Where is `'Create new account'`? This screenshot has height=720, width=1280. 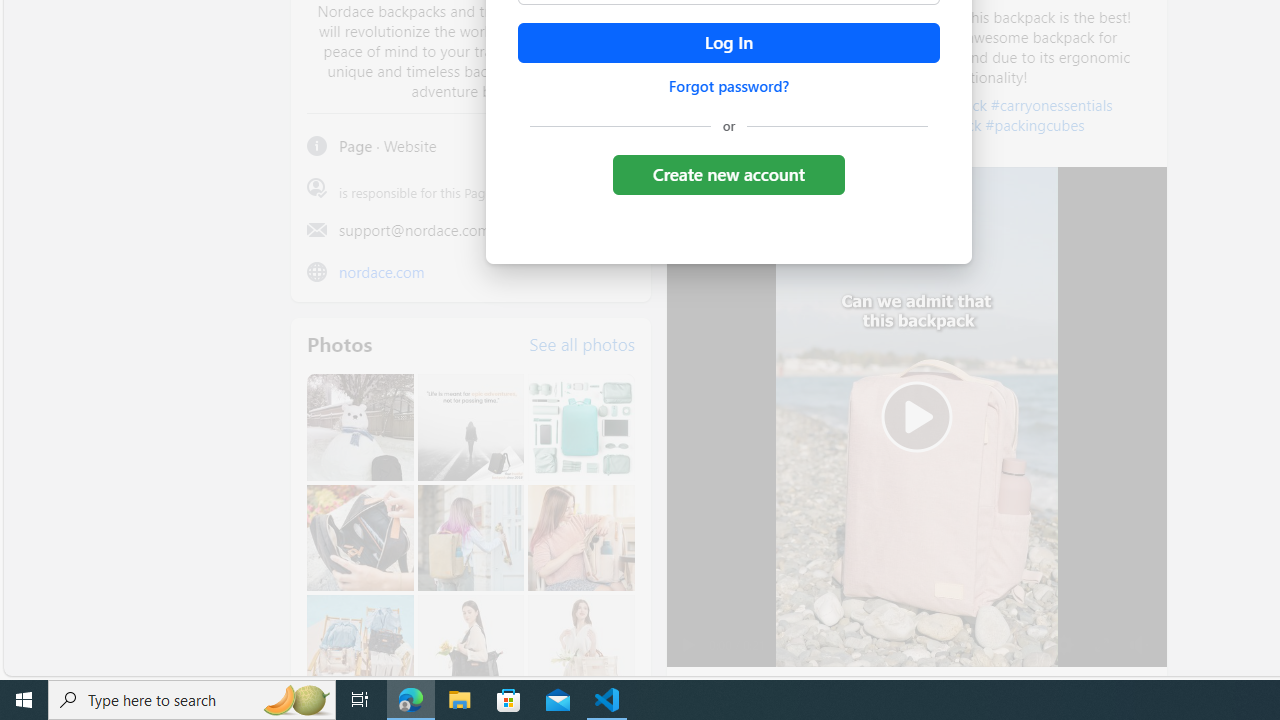 'Create new account' is located at coordinates (727, 173).